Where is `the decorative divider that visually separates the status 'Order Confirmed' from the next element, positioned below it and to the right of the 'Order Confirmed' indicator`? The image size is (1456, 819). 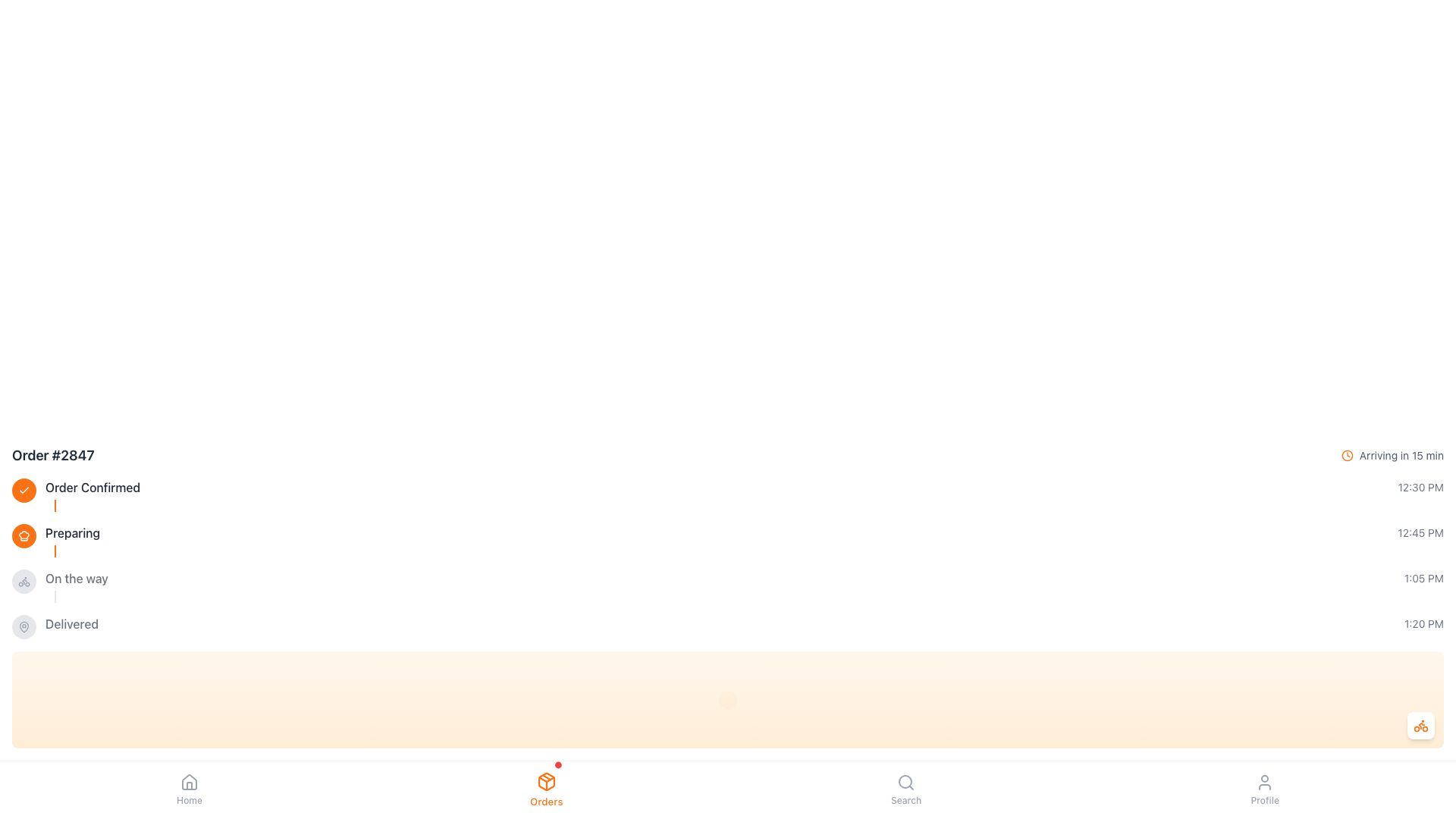
the decorative divider that visually separates the status 'Order Confirmed' from the next element, positioned below it and to the right of the 'Order Confirmed' indicator is located at coordinates (55, 506).